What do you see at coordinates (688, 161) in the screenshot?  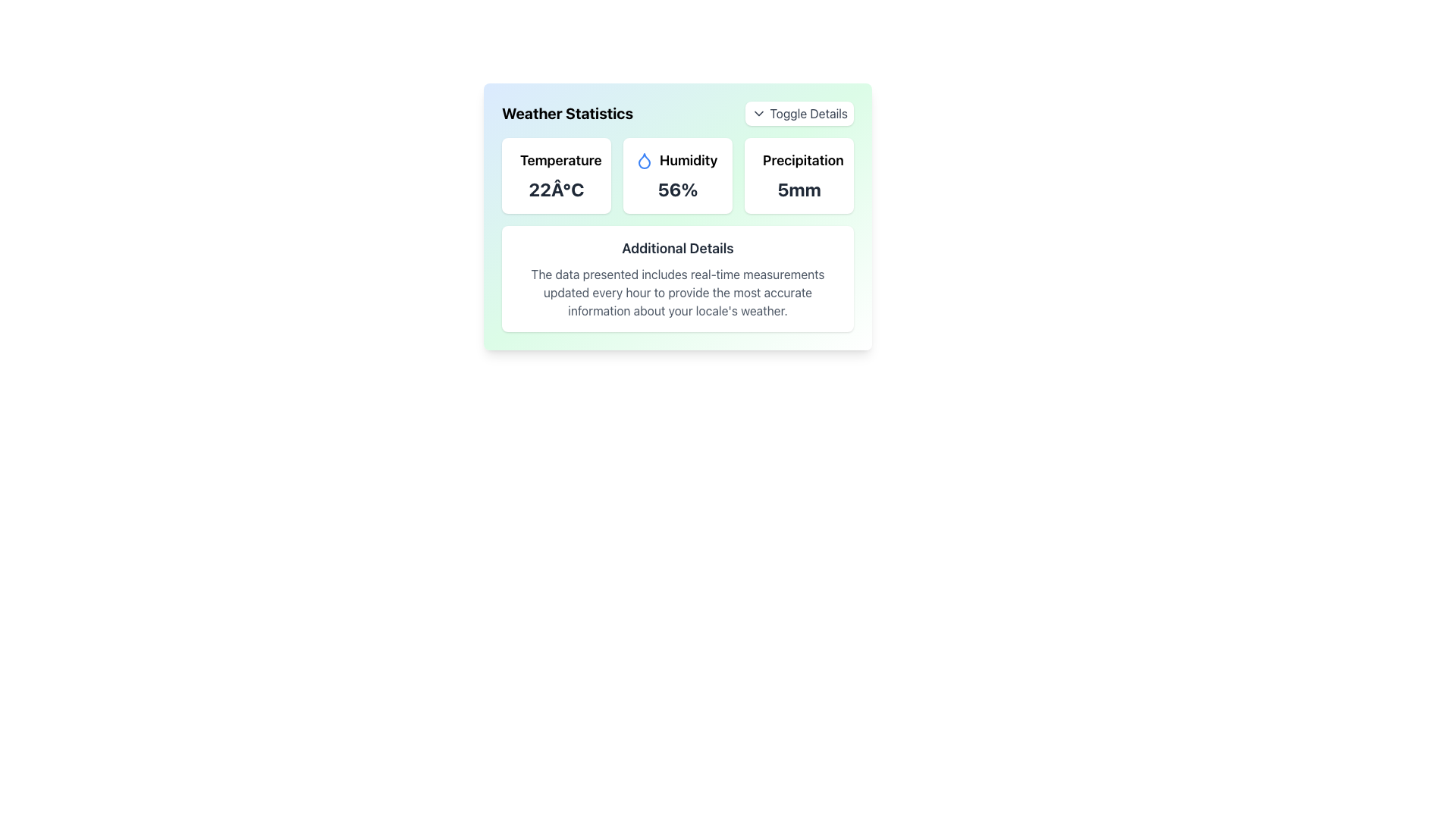 I see `the humidity label text element, which provides context to the percentage displayed below it in the weather statistics section` at bounding box center [688, 161].